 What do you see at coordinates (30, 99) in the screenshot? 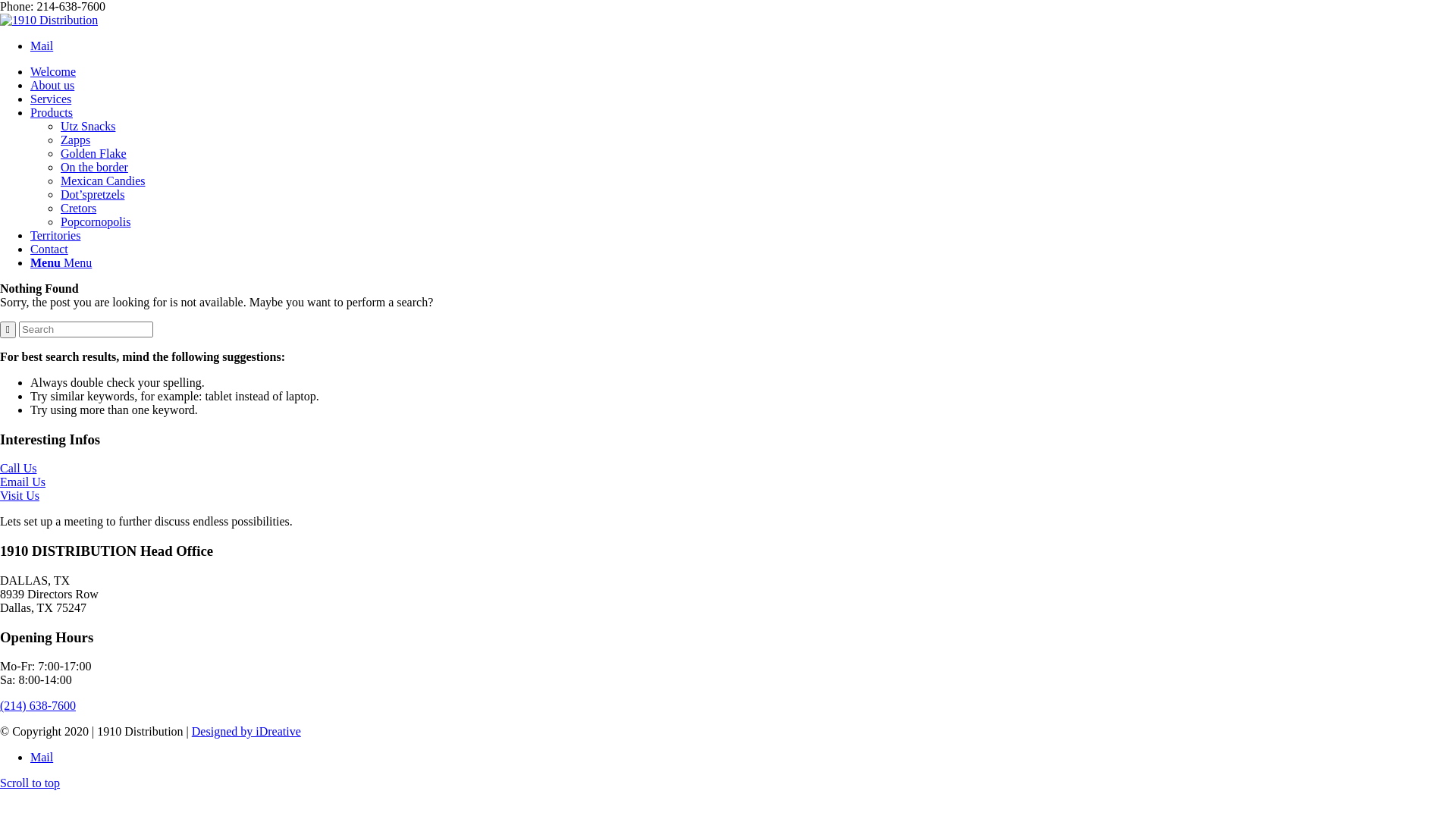
I see `'Services'` at bounding box center [30, 99].